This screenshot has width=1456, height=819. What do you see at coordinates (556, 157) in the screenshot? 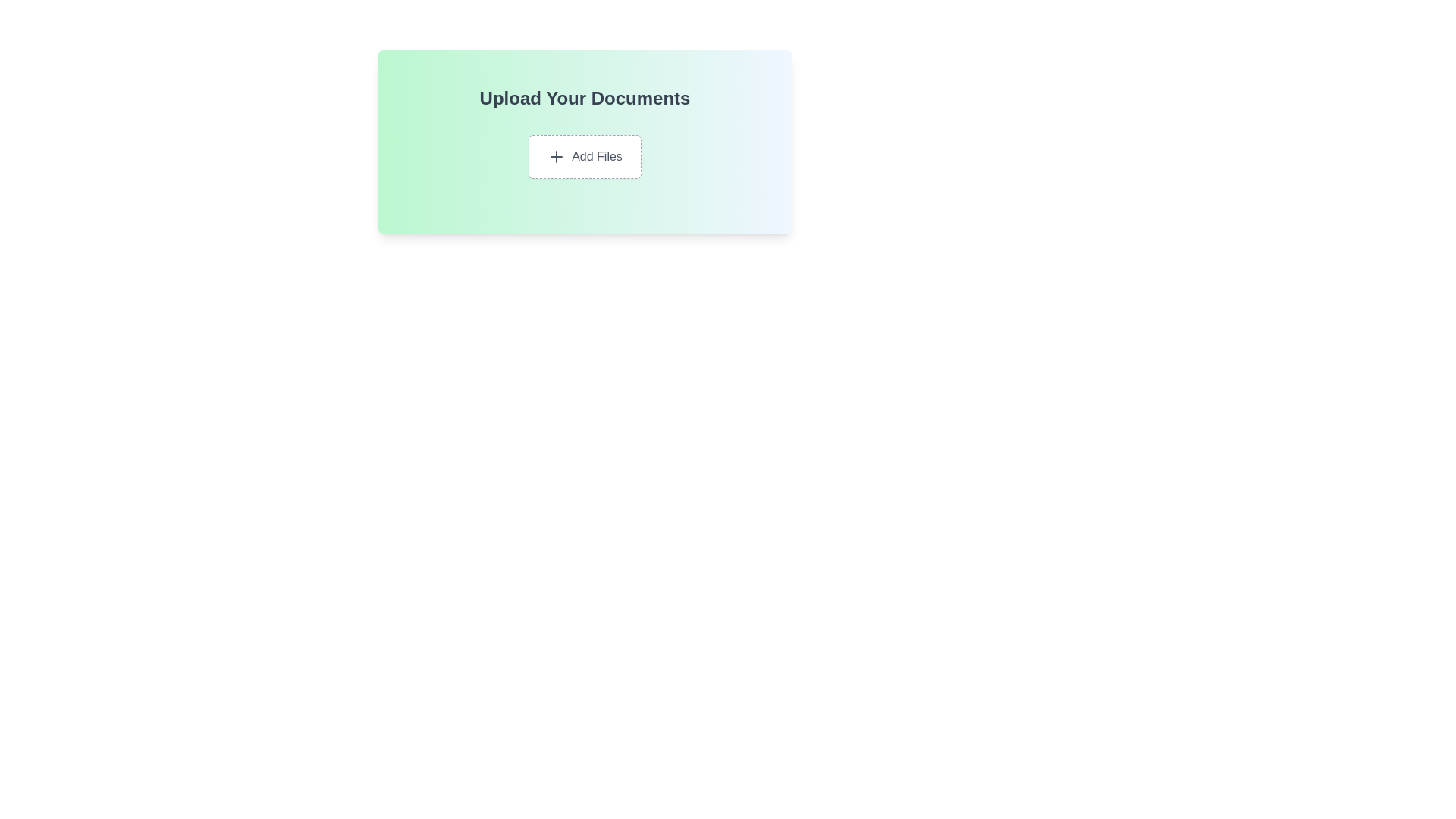
I see `the icon located to the left of the 'Add Files' text within the 'Add Files' button in the 'Upload Your Documents' section` at bounding box center [556, 157].